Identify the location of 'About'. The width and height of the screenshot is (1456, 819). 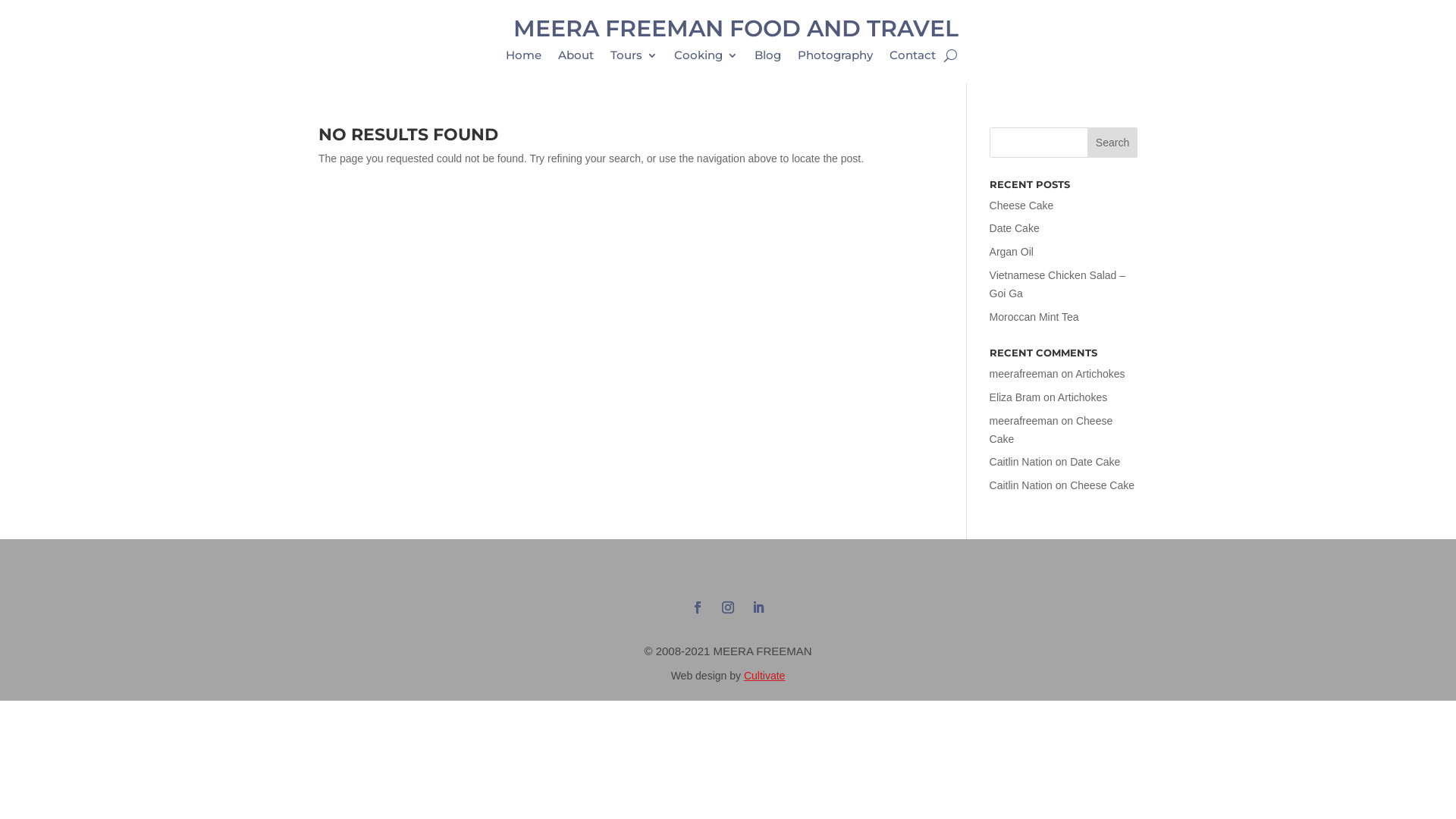
(557, 58).